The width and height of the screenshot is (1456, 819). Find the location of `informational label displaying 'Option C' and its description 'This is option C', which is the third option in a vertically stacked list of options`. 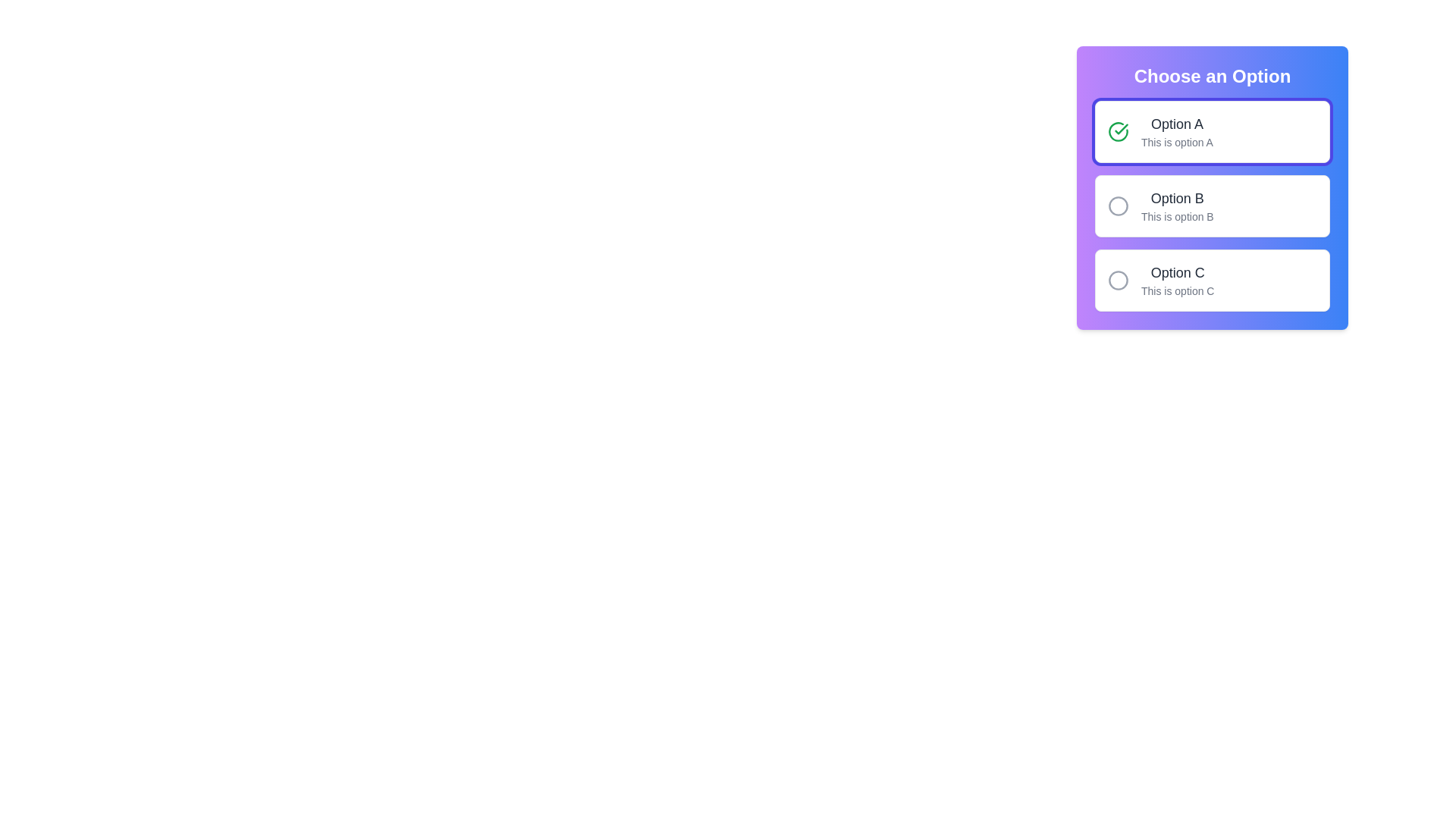

informational label displaying 'Option C' and its description 'This is option C', which is the third option in a vertically stacked list of options is located at coordinates (1177, 281).